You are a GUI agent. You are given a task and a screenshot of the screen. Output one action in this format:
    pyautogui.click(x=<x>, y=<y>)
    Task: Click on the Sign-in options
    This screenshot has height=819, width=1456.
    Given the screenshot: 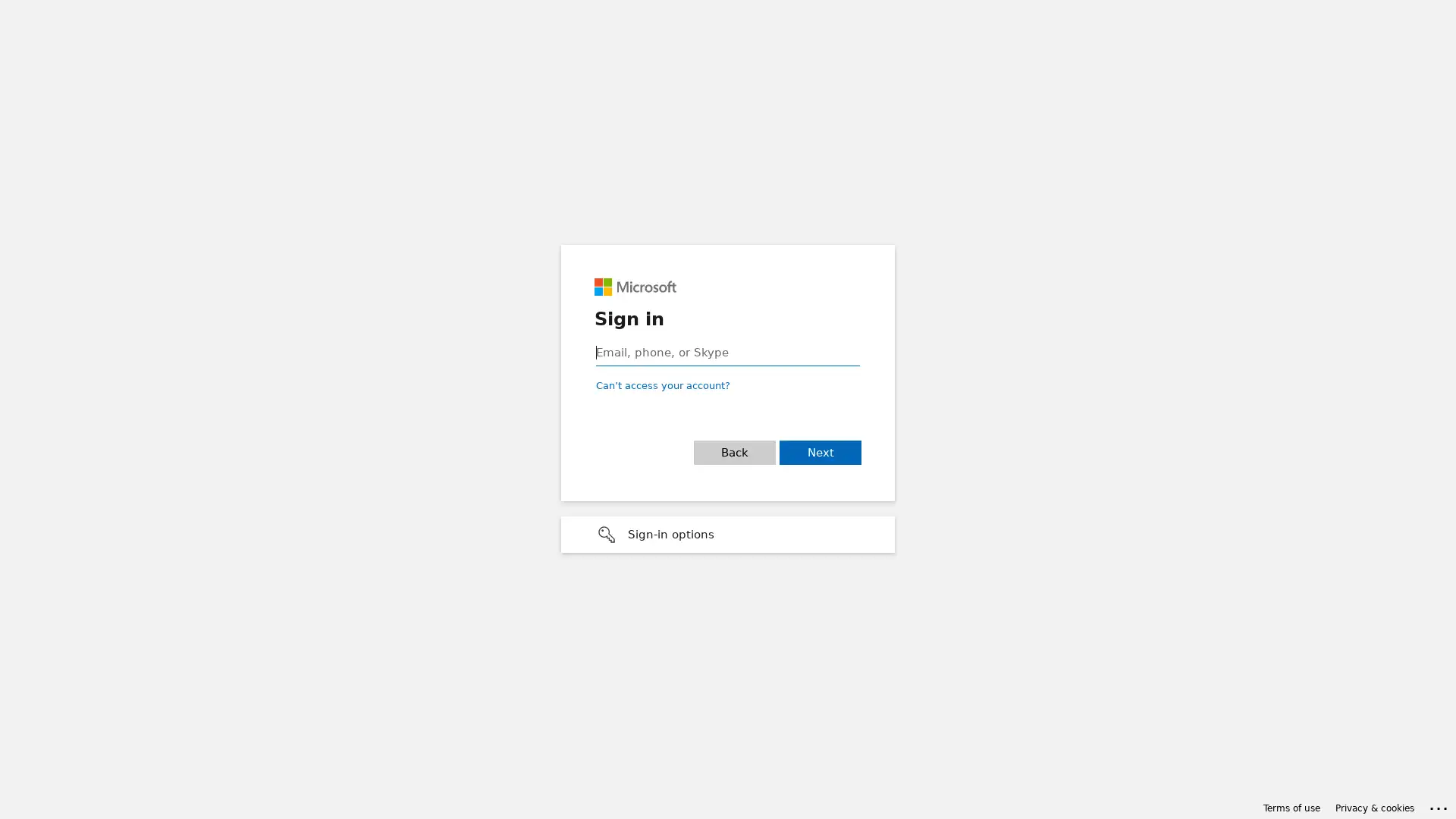 What is the action you would take?
    pyautogui.click(x=728, y=534)
    